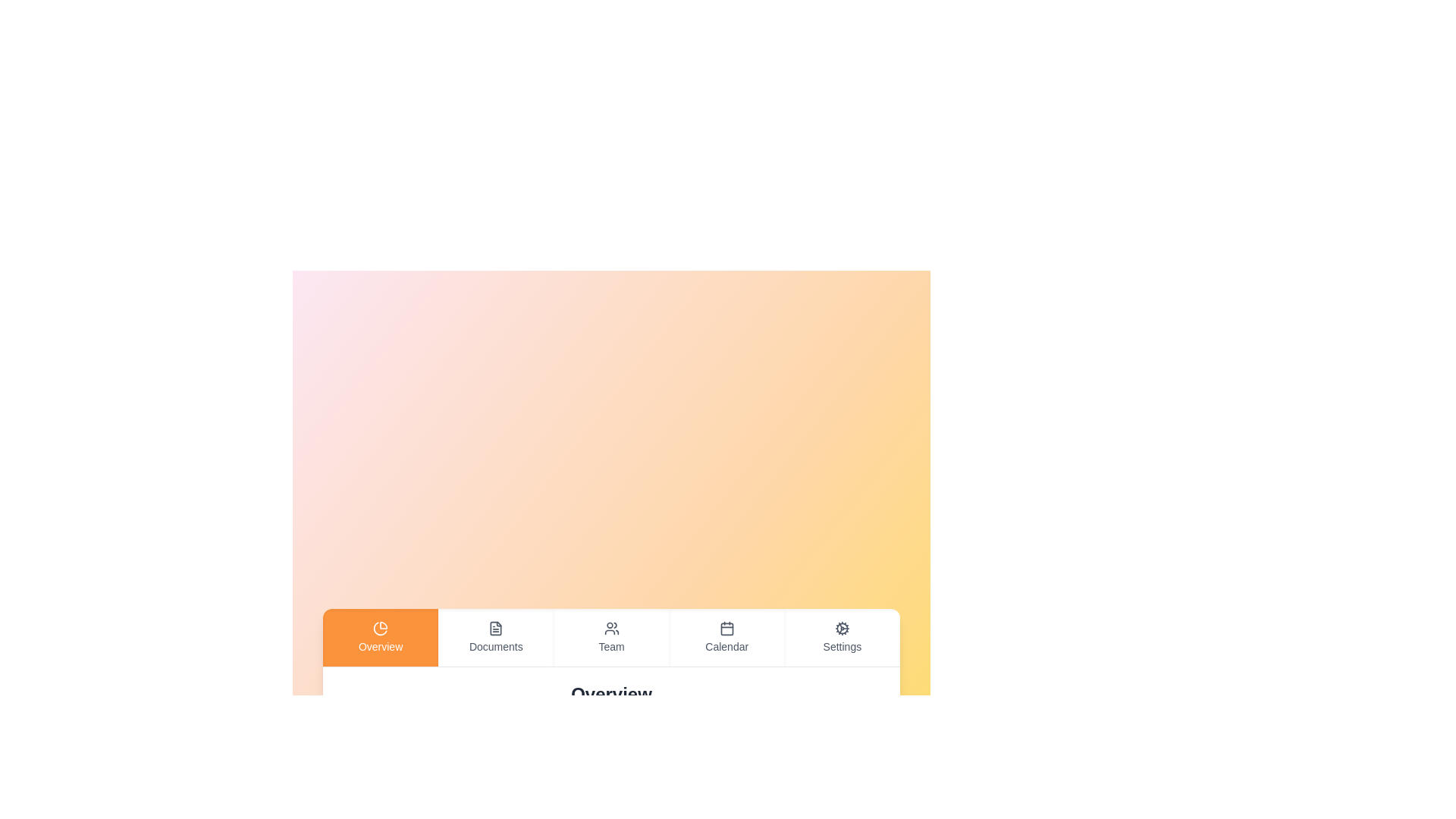 The width and height of the screenshot is (1456, 819). I want to click on text label 'Documents' located at the center of the second button in the navigation bar at the bottom of the interface to understand its purpose, so click(496, 646).